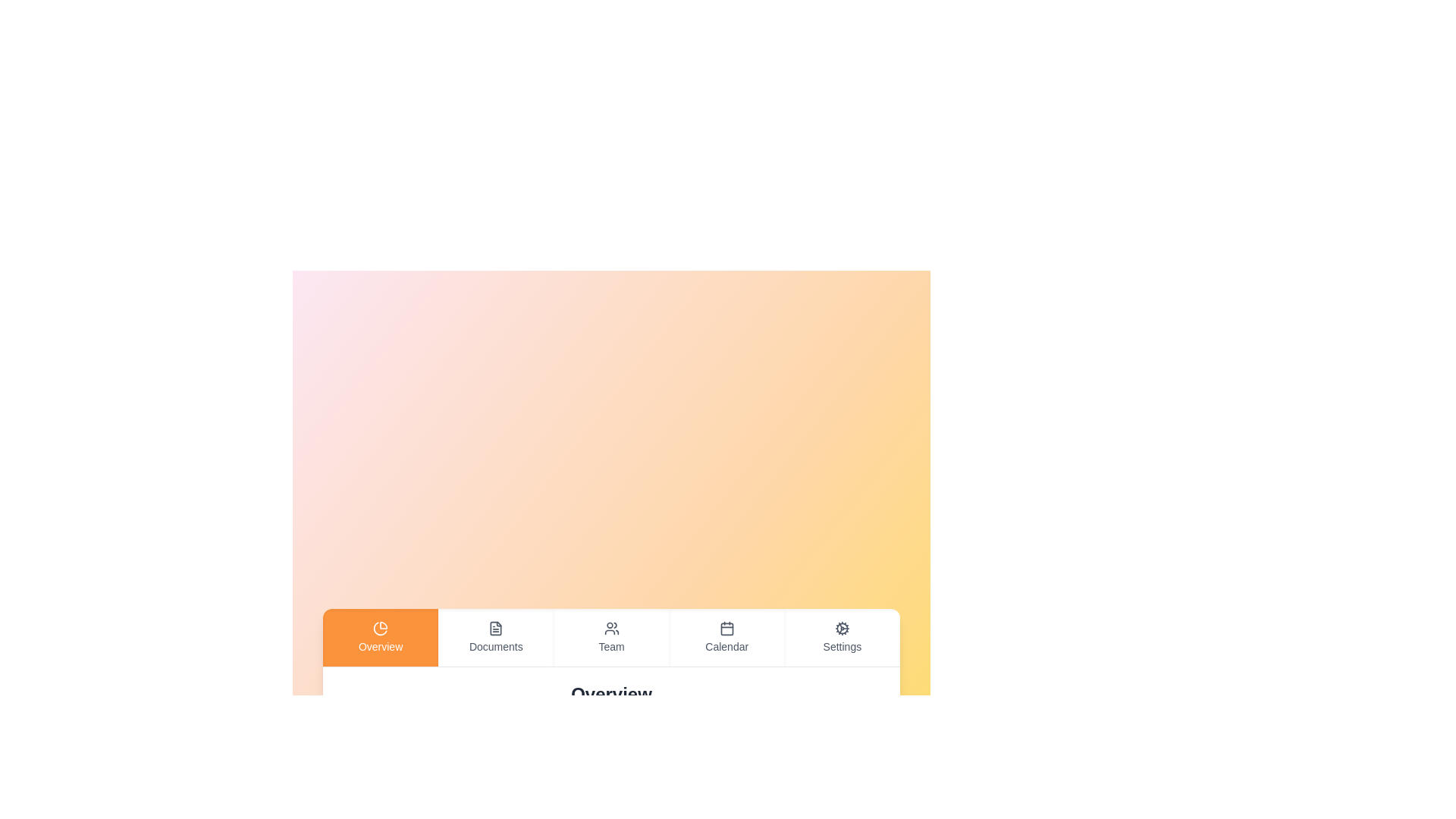 The width and height of the screenshot is (1456, 819). I want to click on text label 'Documents' located at the center of the second button in the navigation bar at the bottom of the interface to understand its purpose, so click(496, 646).